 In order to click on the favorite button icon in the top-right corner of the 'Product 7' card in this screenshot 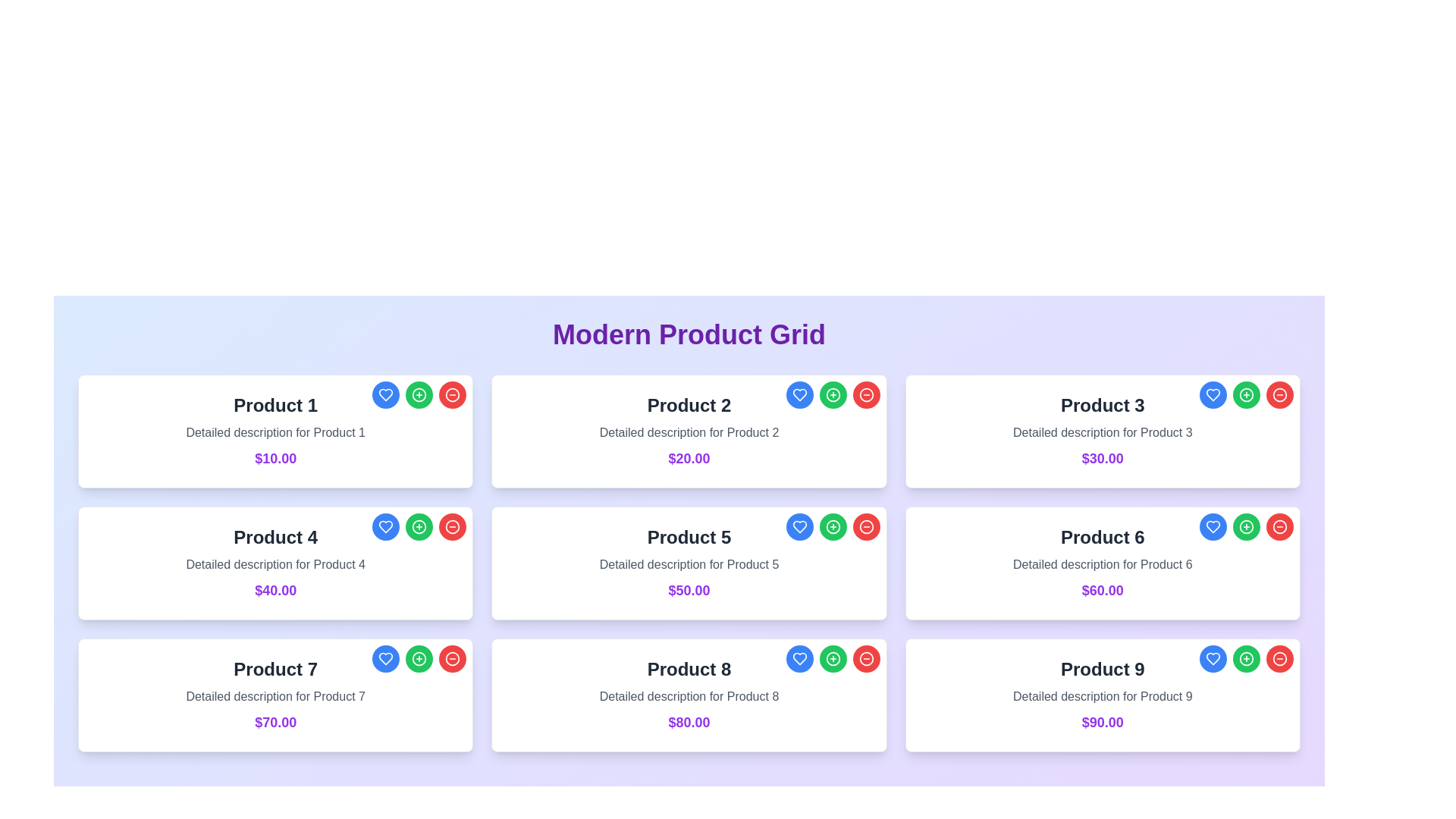, I will do `click(386, 526)`.